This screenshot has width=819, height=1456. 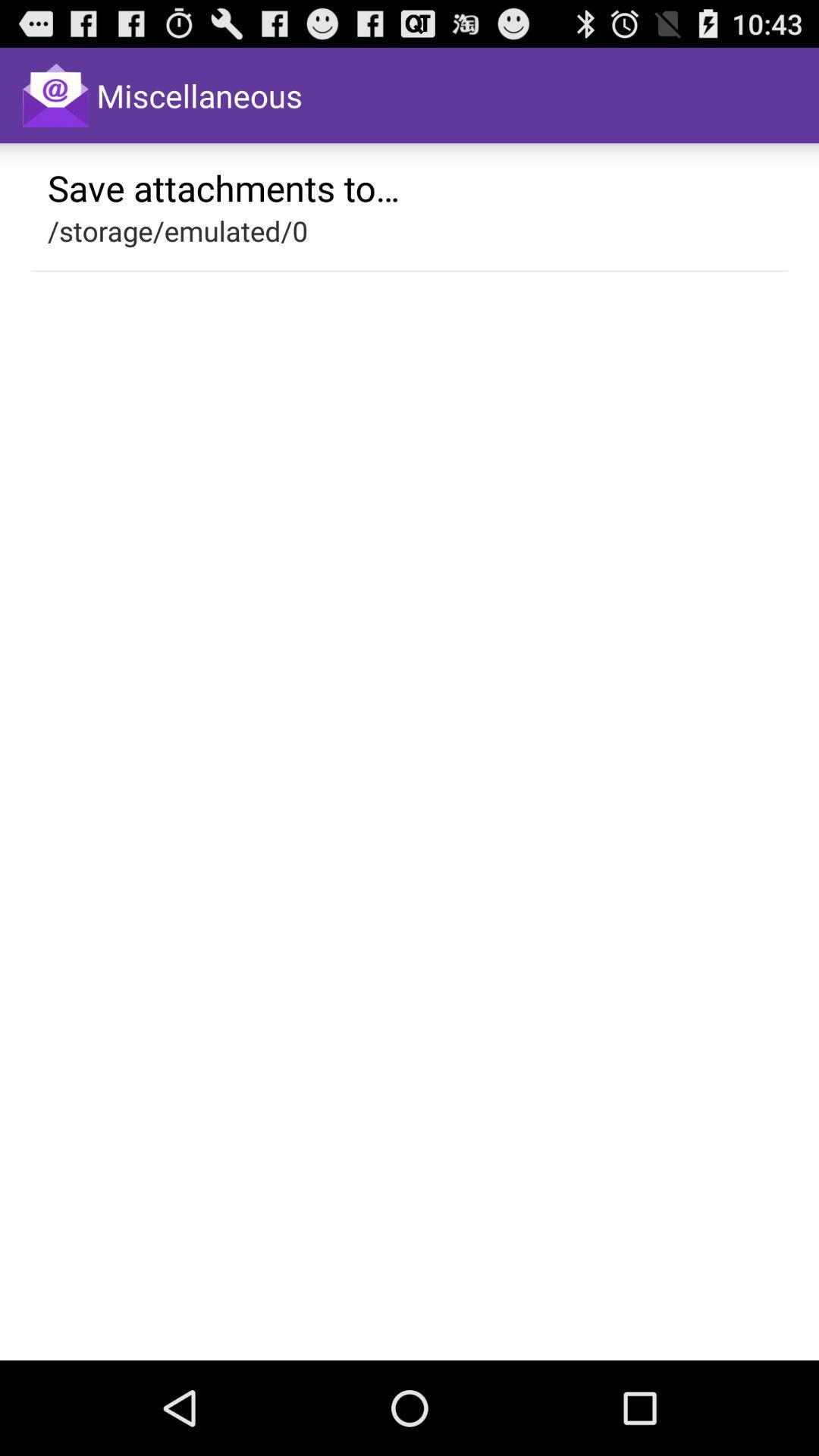 I want to click on the /storage/emulated/0 item, so click(x=177, y=230).